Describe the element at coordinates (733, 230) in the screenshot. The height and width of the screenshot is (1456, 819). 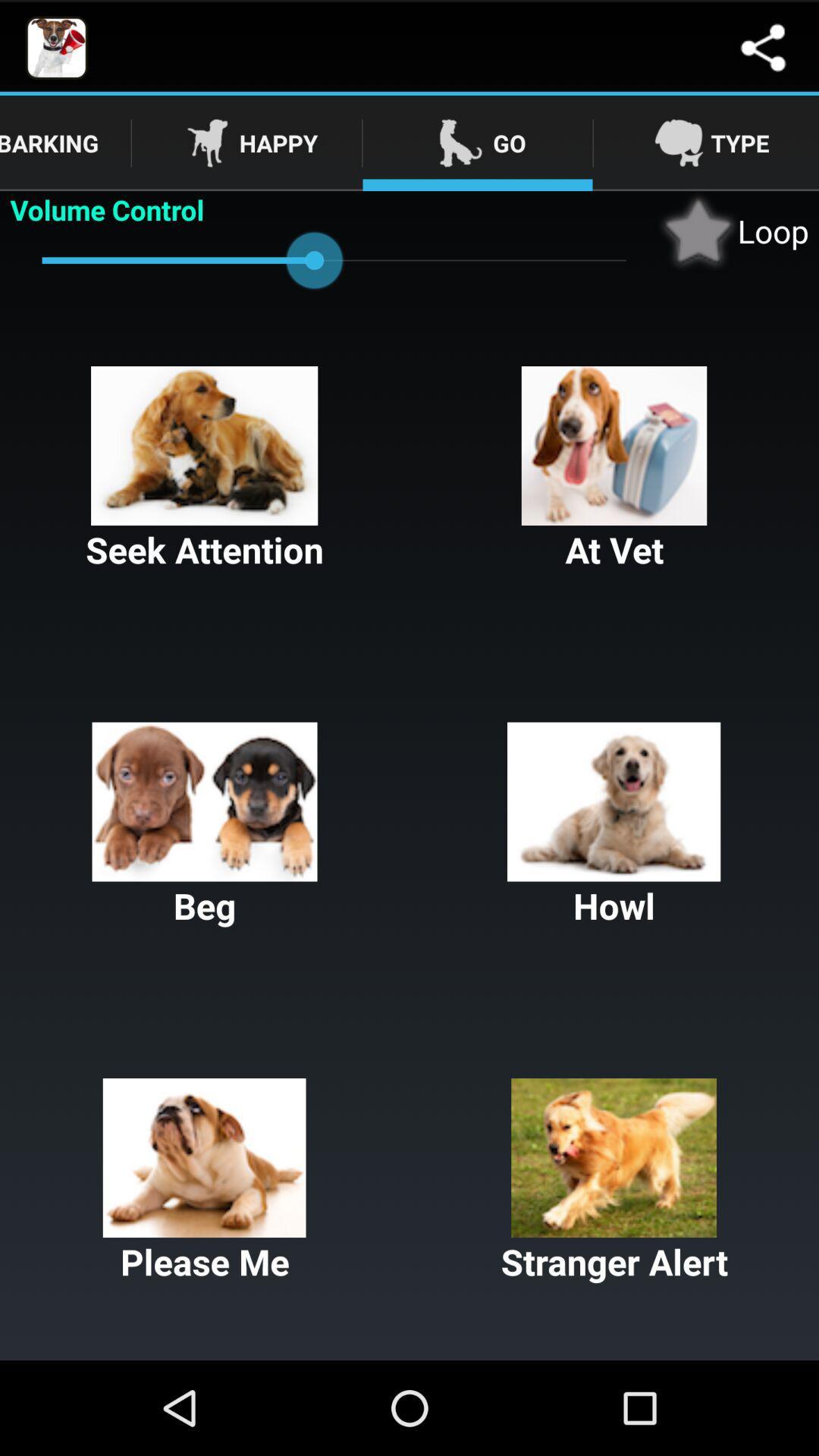
I see `the loop checkbox` at that location.